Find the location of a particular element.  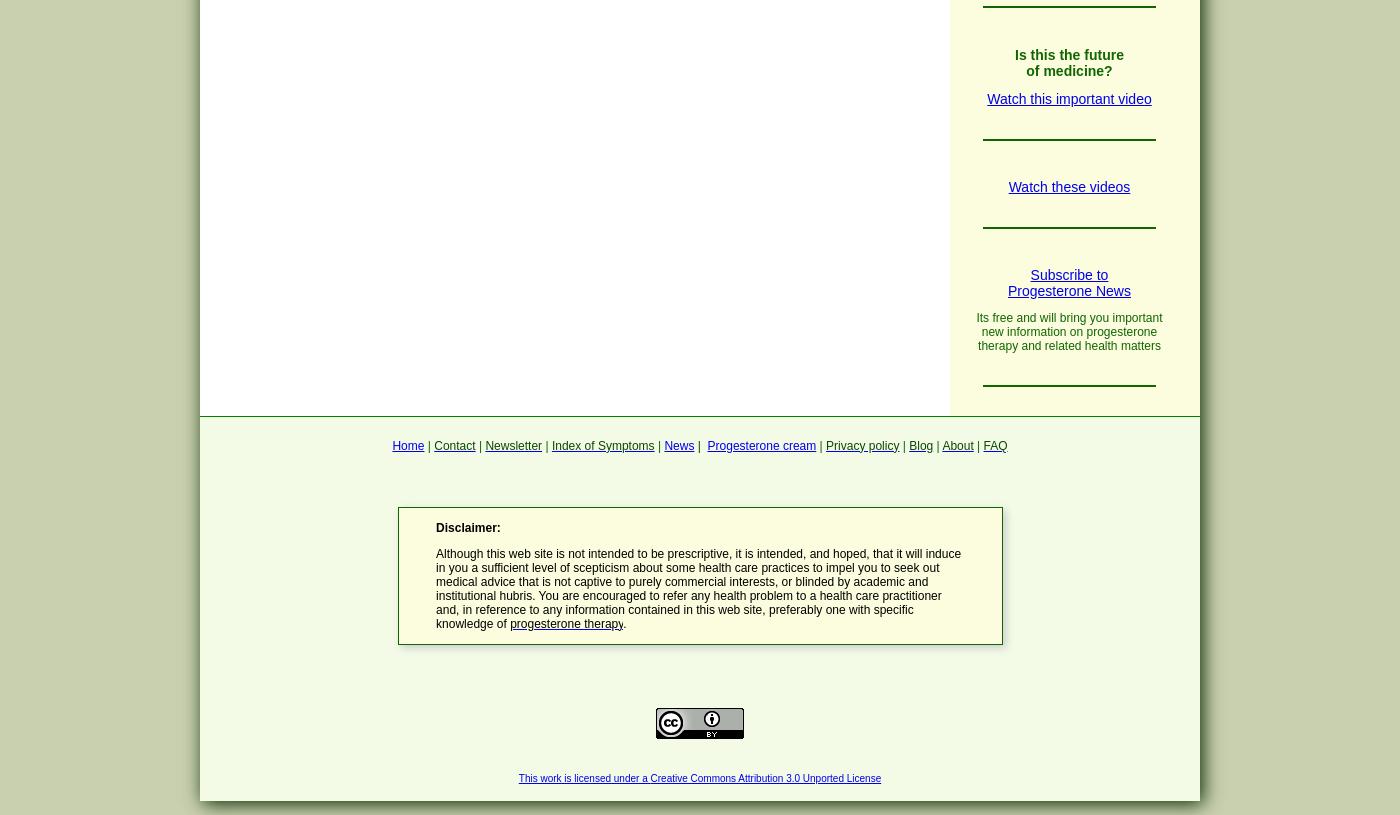

'Home' is located at coordinates (407, 444).